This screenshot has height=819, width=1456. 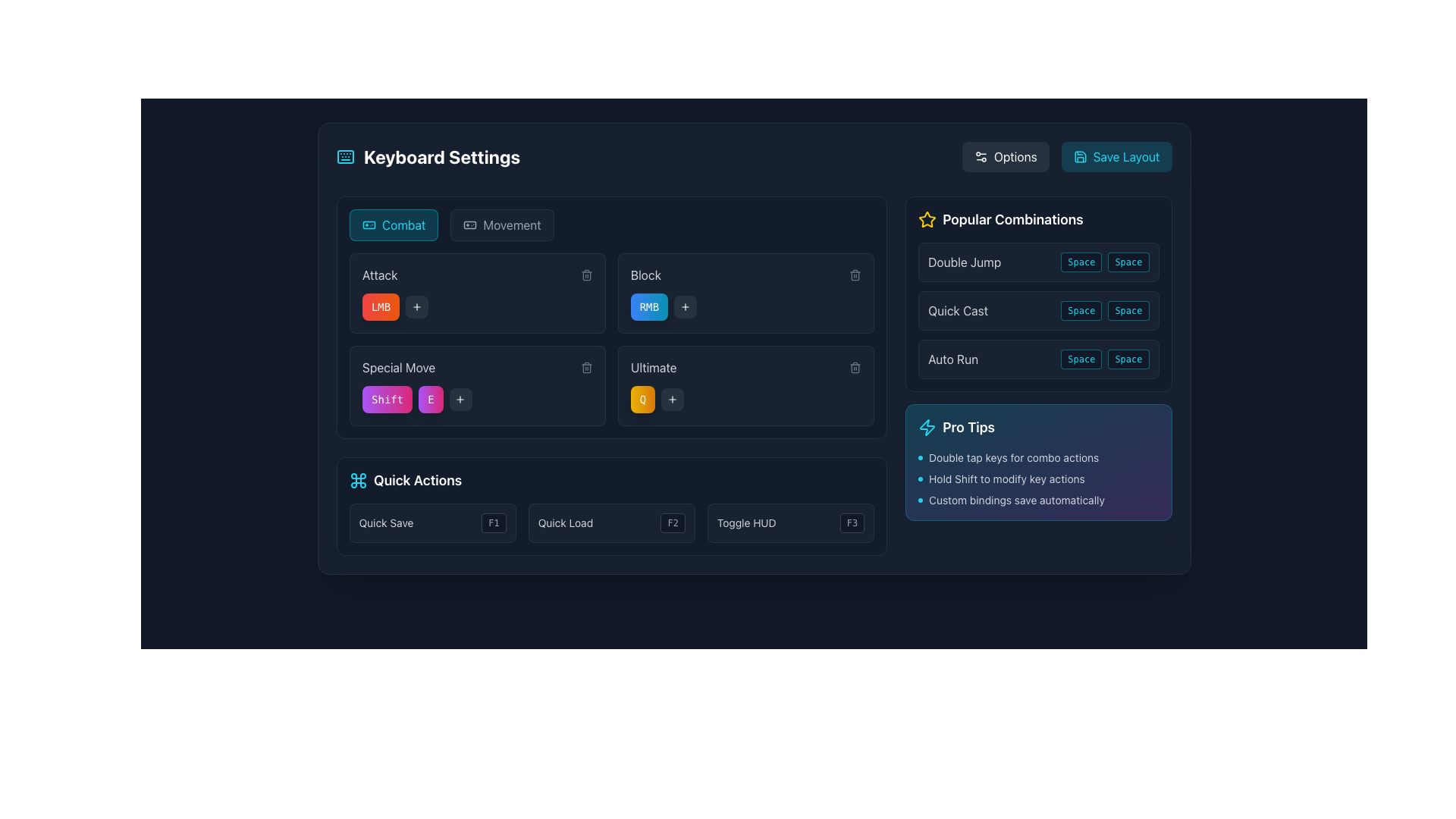 I want to click on the 'Ultimate' action keybinding panel located, so click(x=745, y=385).